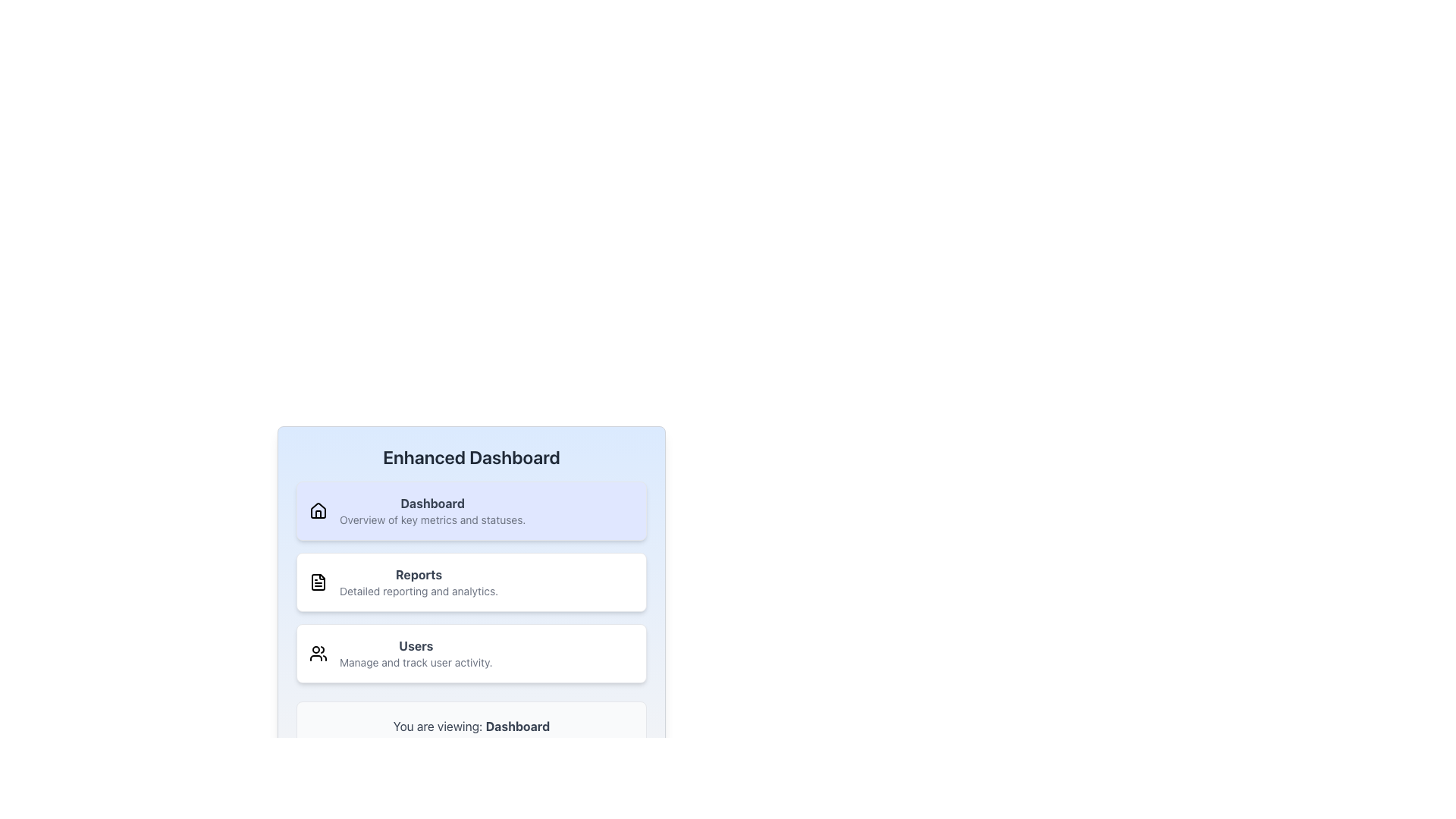 The height and width of the screenshot is (819, 1456). Describe the element at coordinates (431, 511) in the screenshot. I see `text content of the Text Display Area, which serves as a summary and title for the 'Dashboard' section, located centrally above the 'Reports' and 'Users' cards` at that location.